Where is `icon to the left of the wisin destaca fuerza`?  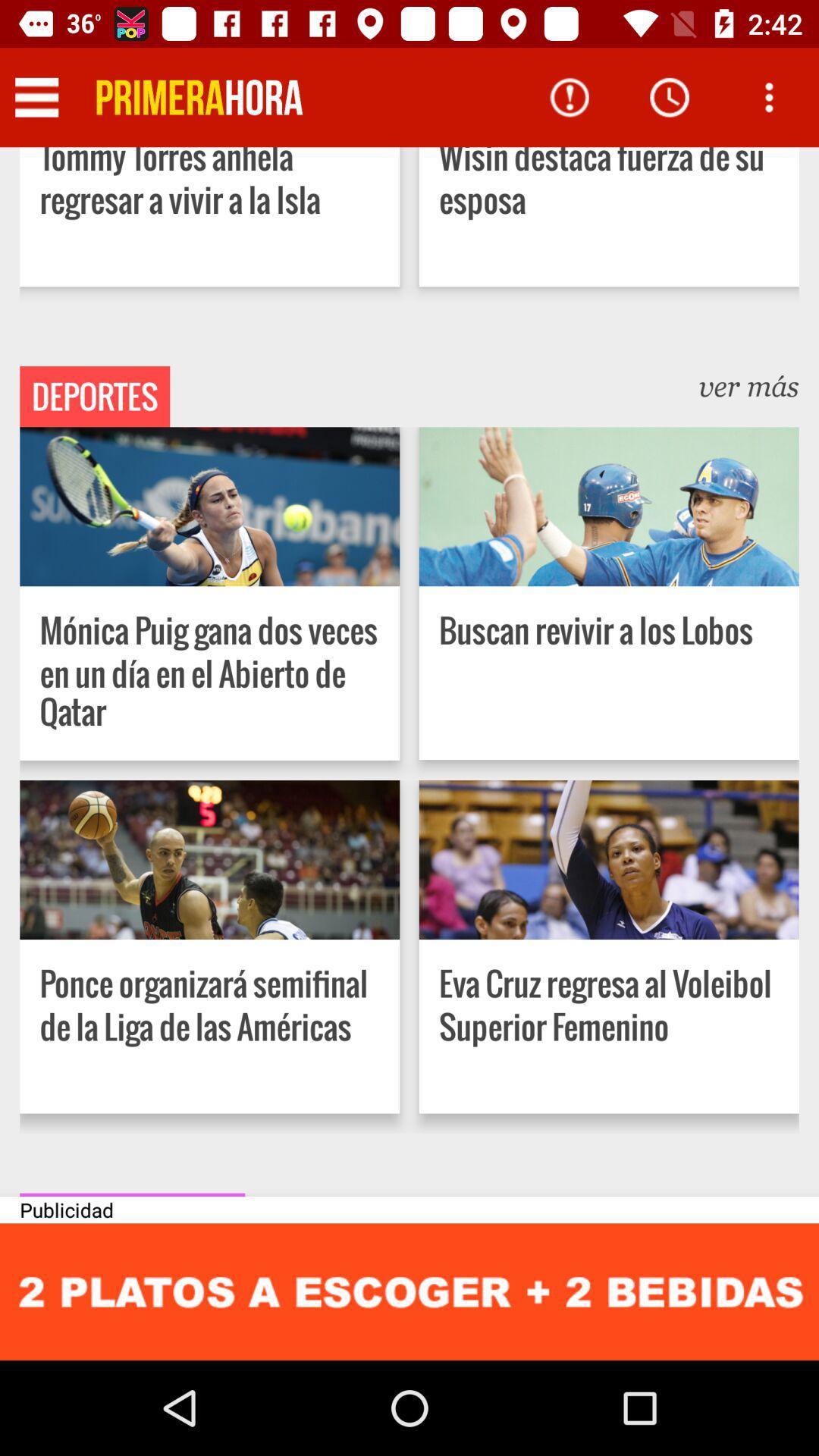
icon to the left of the wisin destaca fuerza is located at coordinates (199, 96).